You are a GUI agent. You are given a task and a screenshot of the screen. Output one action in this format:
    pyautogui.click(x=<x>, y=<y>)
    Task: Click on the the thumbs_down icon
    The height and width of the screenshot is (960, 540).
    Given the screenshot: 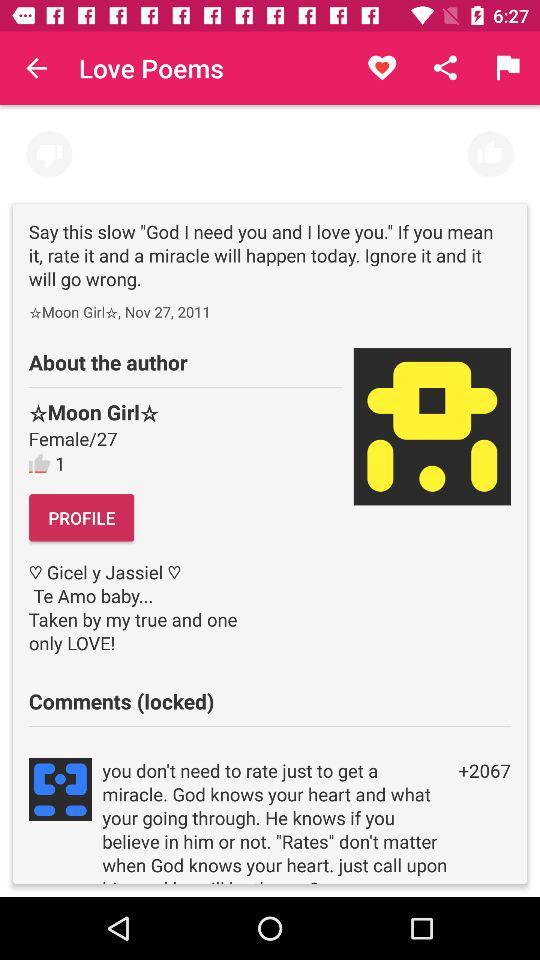 What is the action you would take?
    pyautogui.click(x=49, y=153)
    